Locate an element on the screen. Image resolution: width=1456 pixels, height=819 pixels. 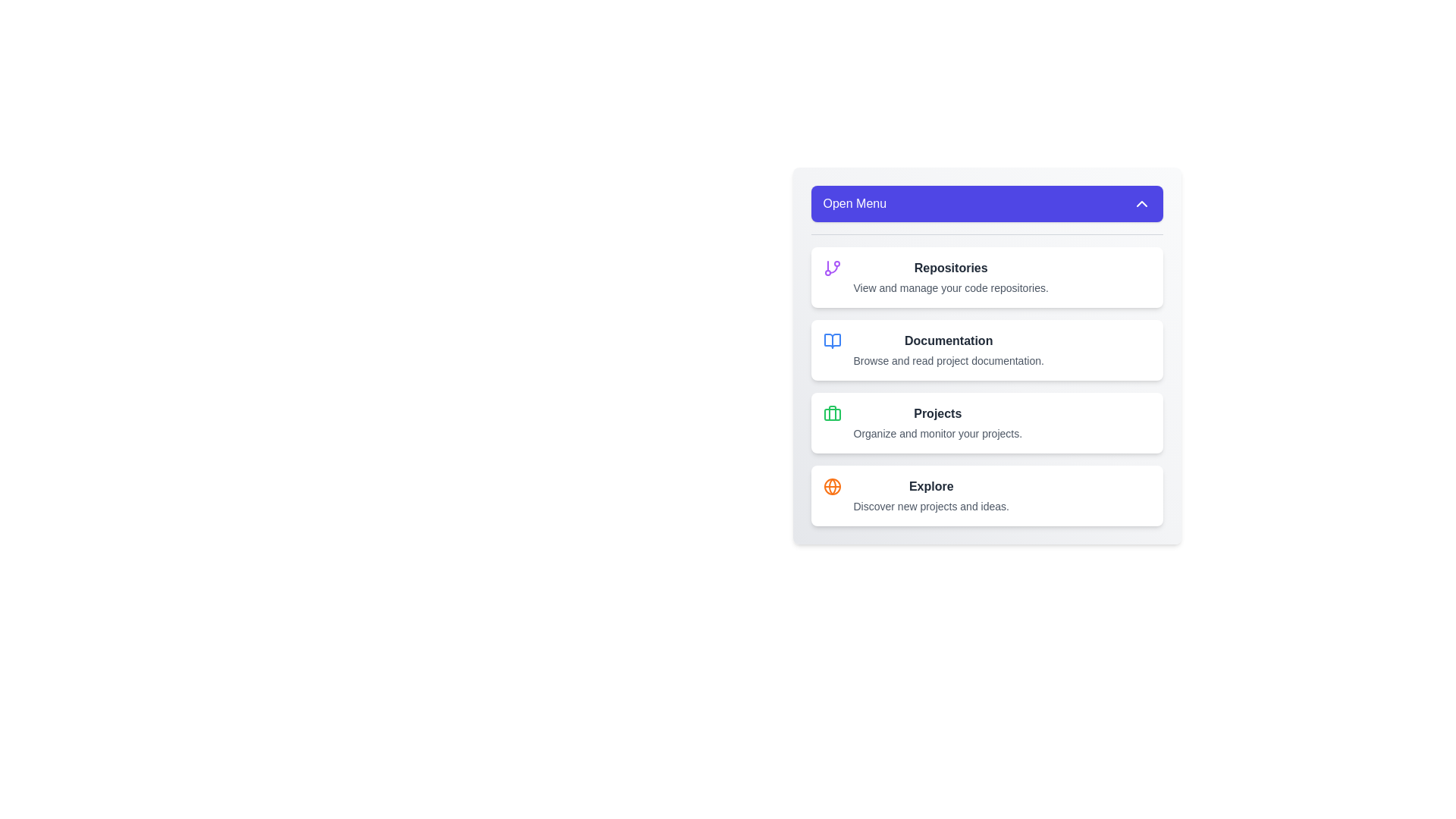
the Chevron icon located in the farthest right region of the 'Open Menu' button is located at coordinates (1141, 203).